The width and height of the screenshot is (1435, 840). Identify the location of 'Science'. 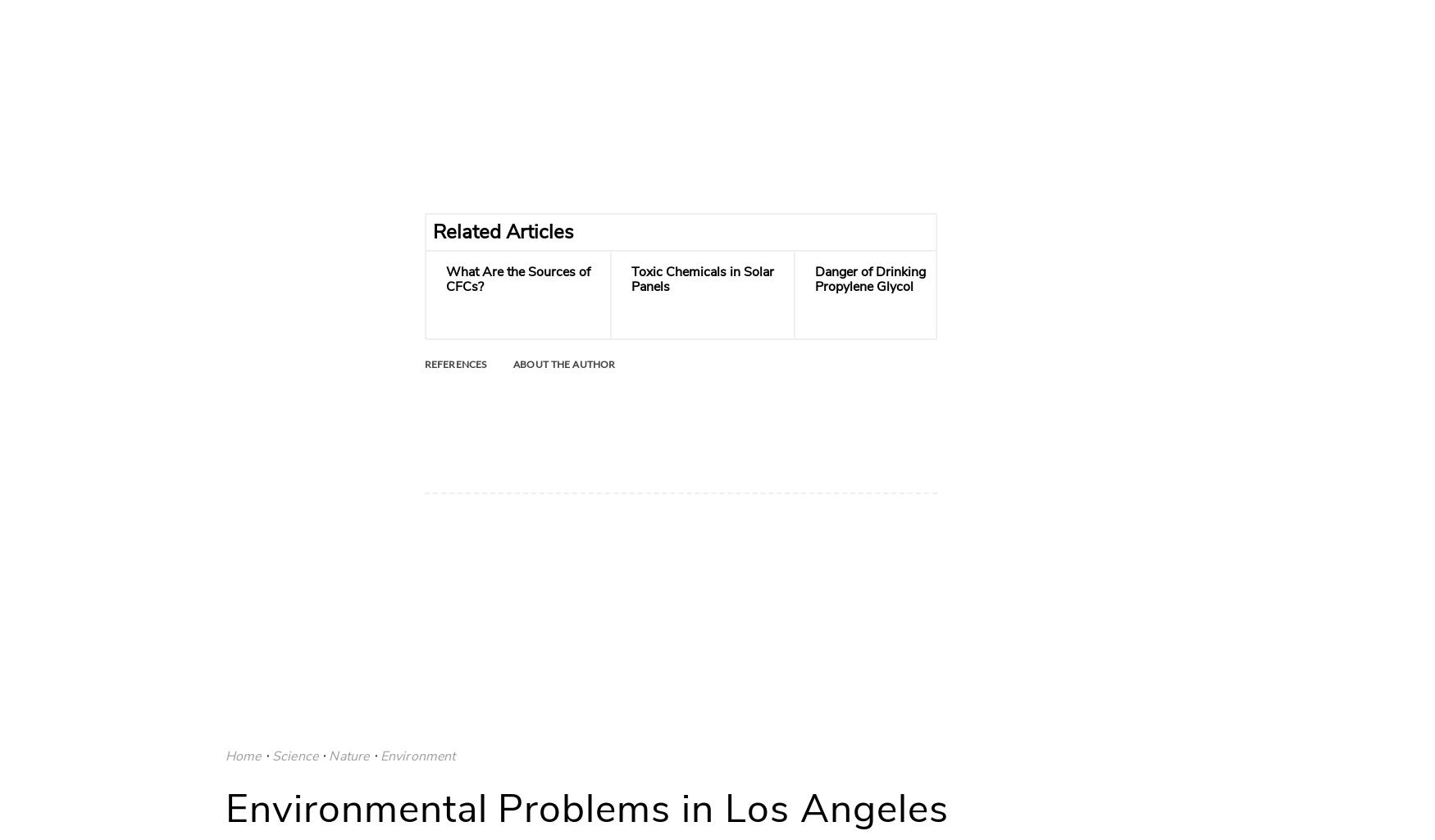
(294, 754).